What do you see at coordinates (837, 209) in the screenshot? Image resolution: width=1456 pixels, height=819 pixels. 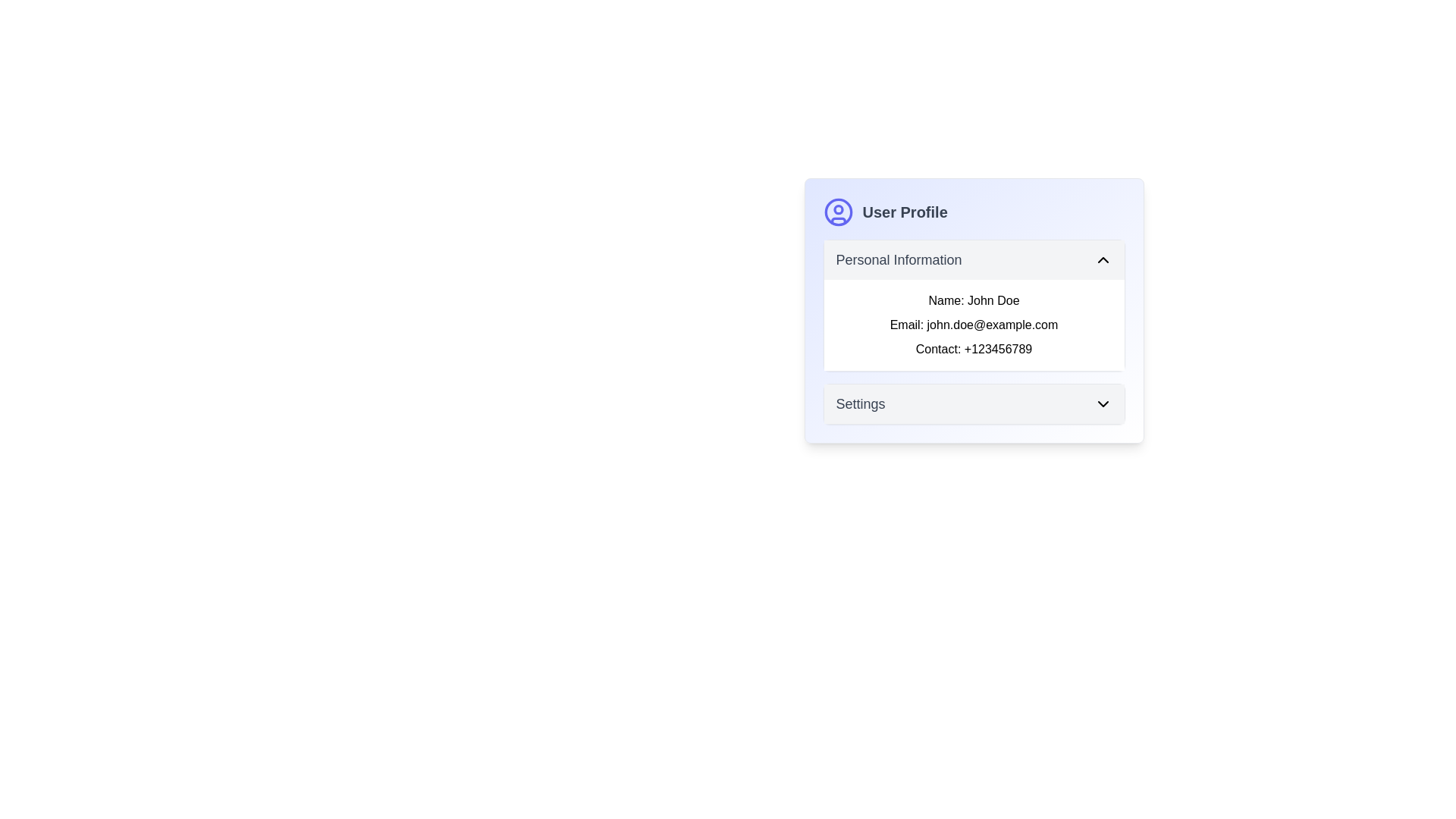 I see `the inner circle representing the head in the user avatar icon located at the top-left corner of the 'User Profile' section, above the text 'User Profile'` at bounding box center [837, 209].